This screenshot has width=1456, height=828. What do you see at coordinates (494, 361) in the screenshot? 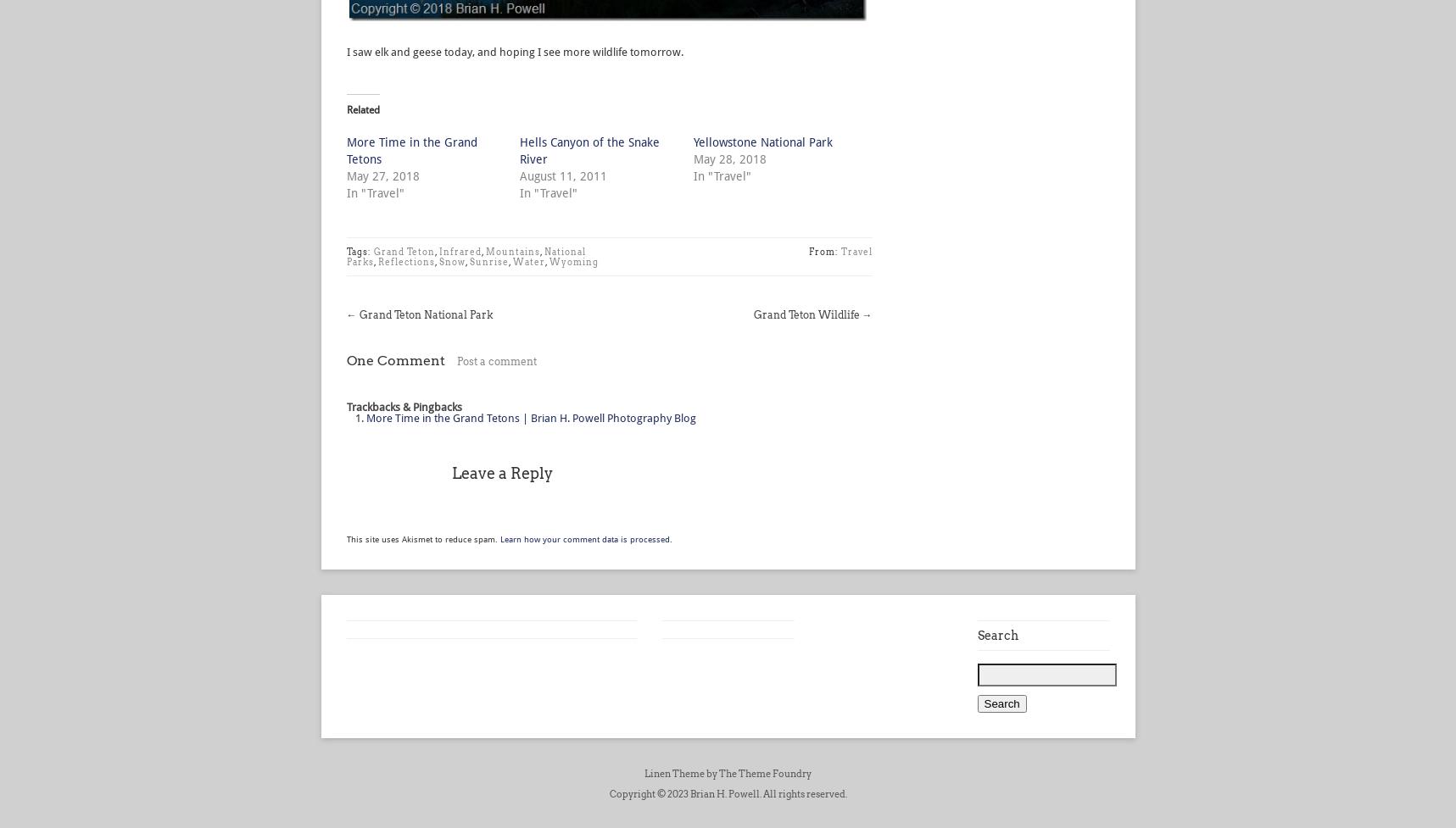
I see `'Post a comment'` at bounding box center [494, 361].